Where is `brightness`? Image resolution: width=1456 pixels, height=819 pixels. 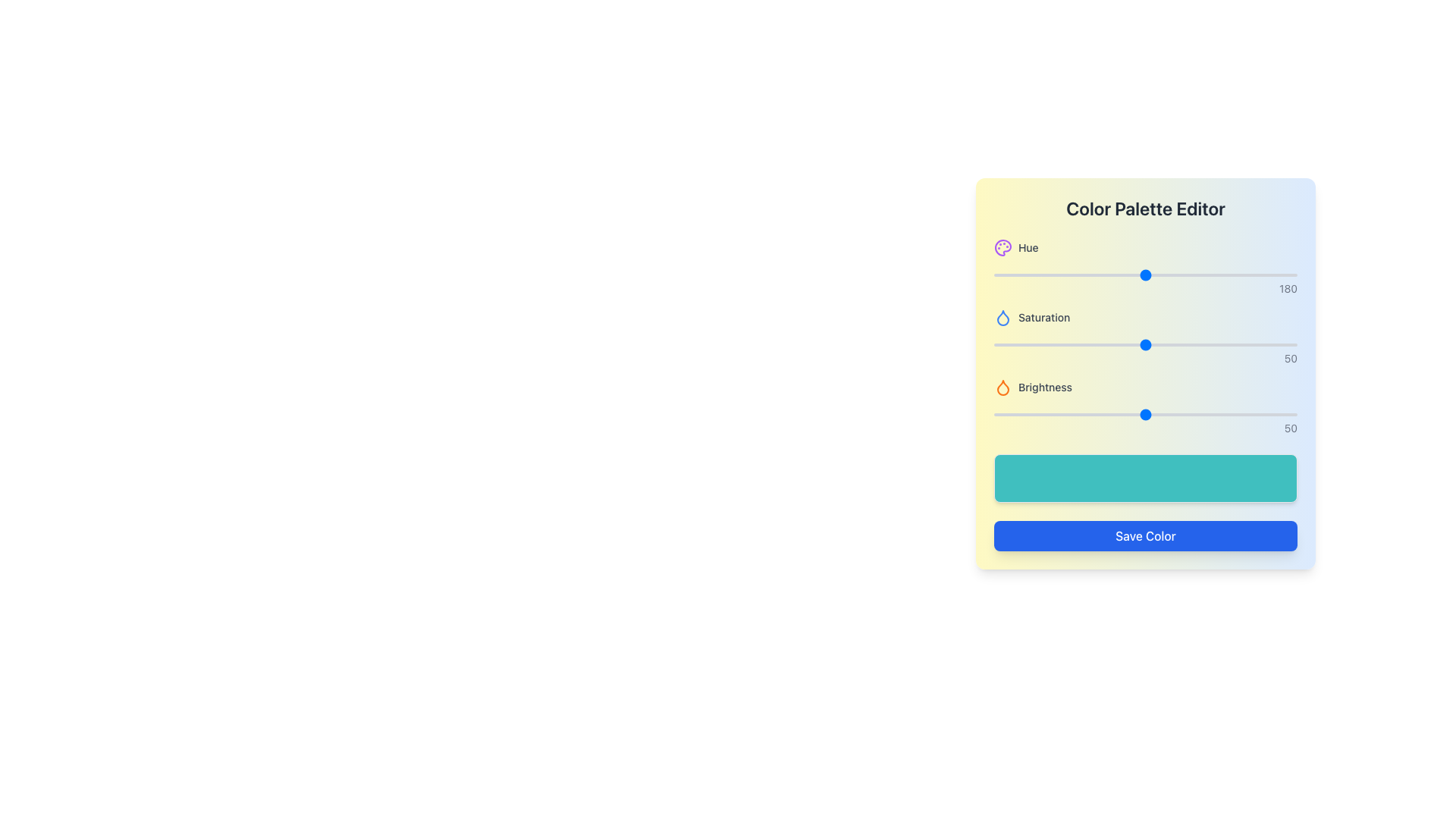 brightness is located at coordinates (1172, 415).